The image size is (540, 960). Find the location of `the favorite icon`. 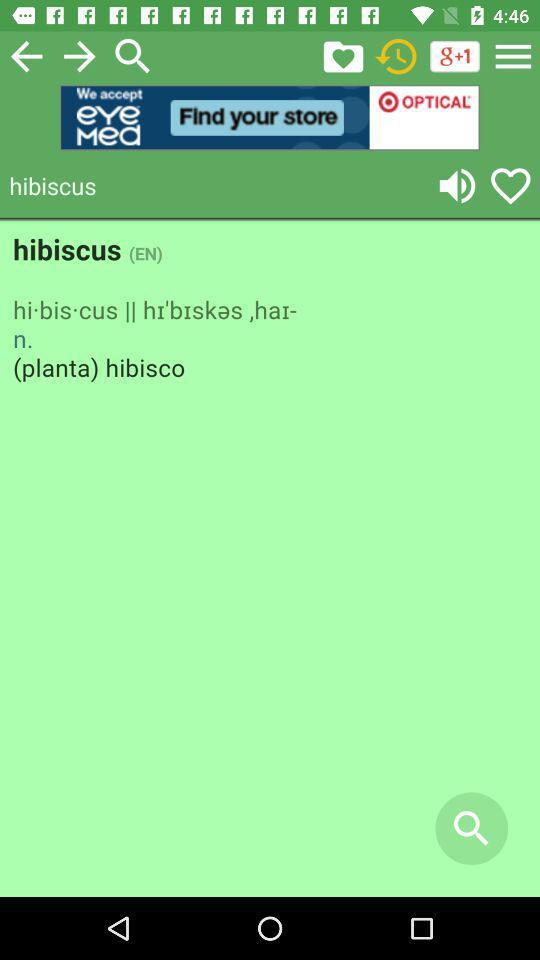

the favorite icon is located at coordinates (510, 185).